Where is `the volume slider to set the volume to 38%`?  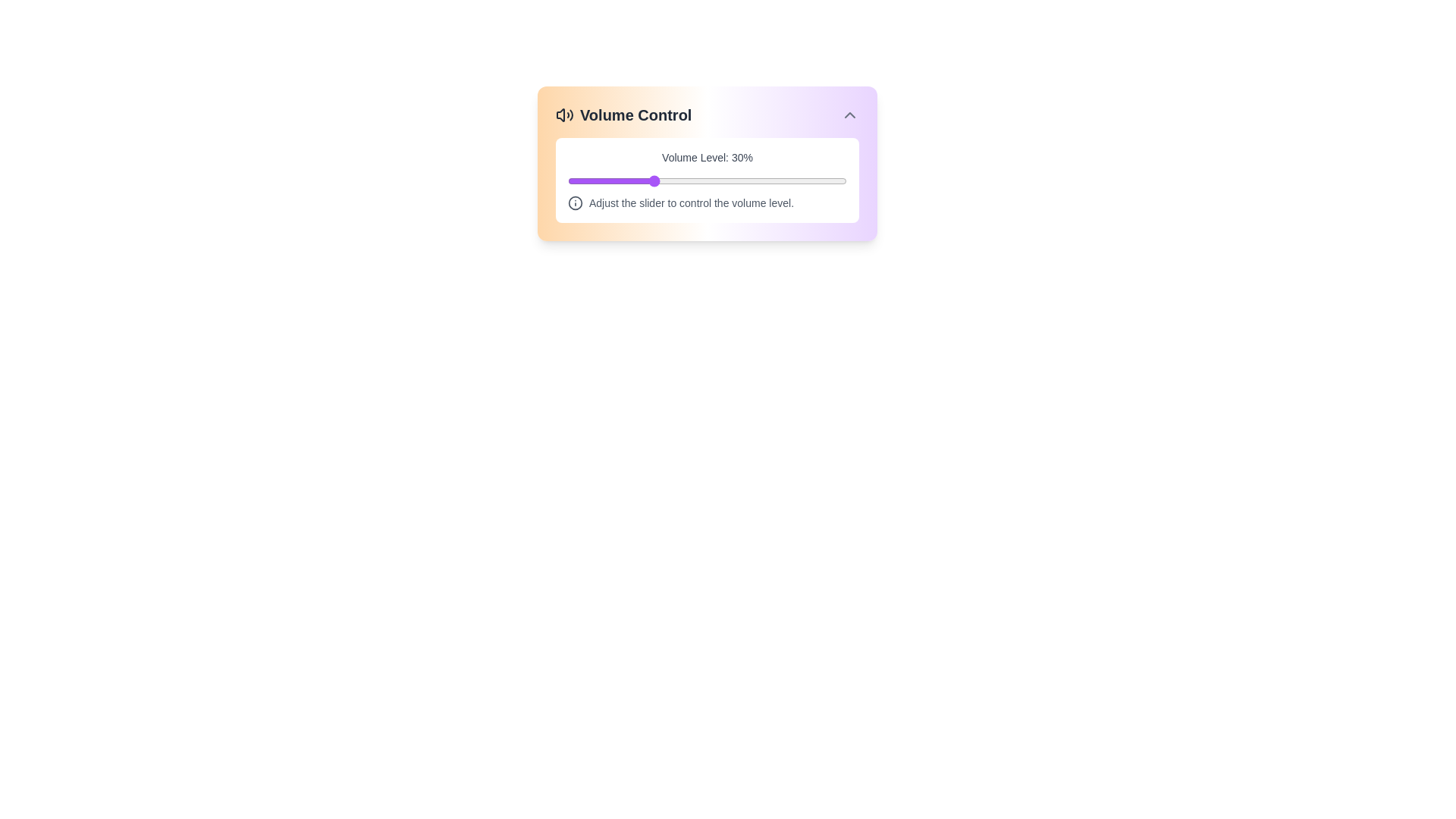 the volume slider to set the volume to 38% is located at coordinates (673, 180).